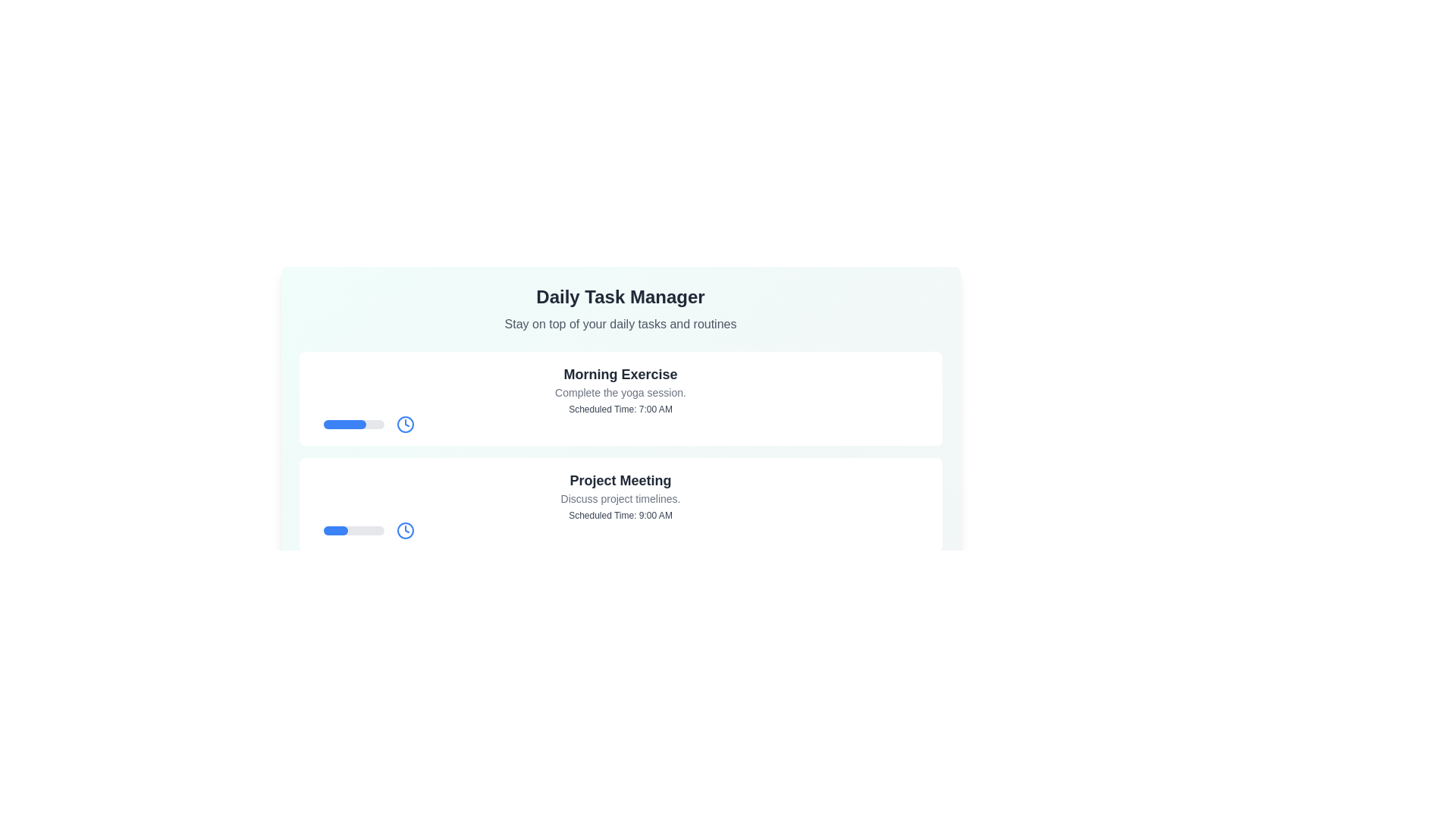 The height and width of the screenshot is (819, 1456). Describe the element at coordinates (620, 309) in the screenshot. I see `text from the Header block displaying 'Daily Task Manager' and the subtitle 'Stay on top of your daily tasks and routines'` at that location.